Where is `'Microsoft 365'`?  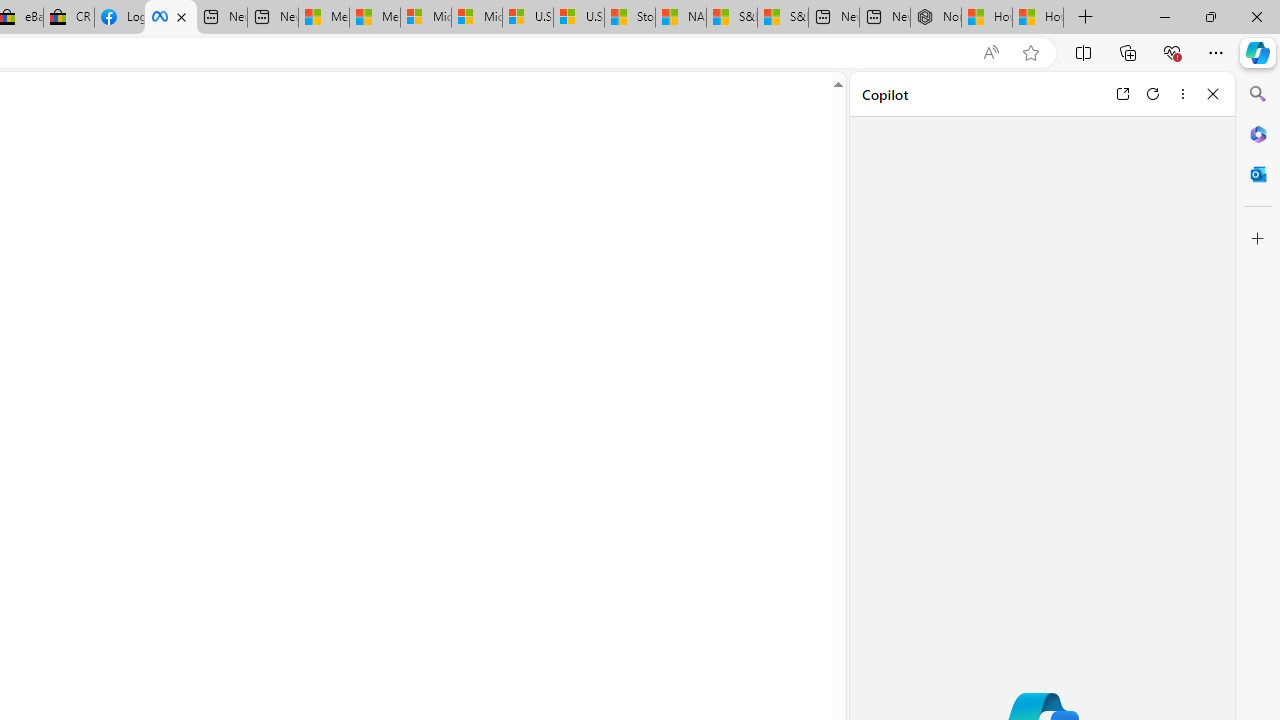
'Microsoft 365' is located at coordinates (1257, 133).